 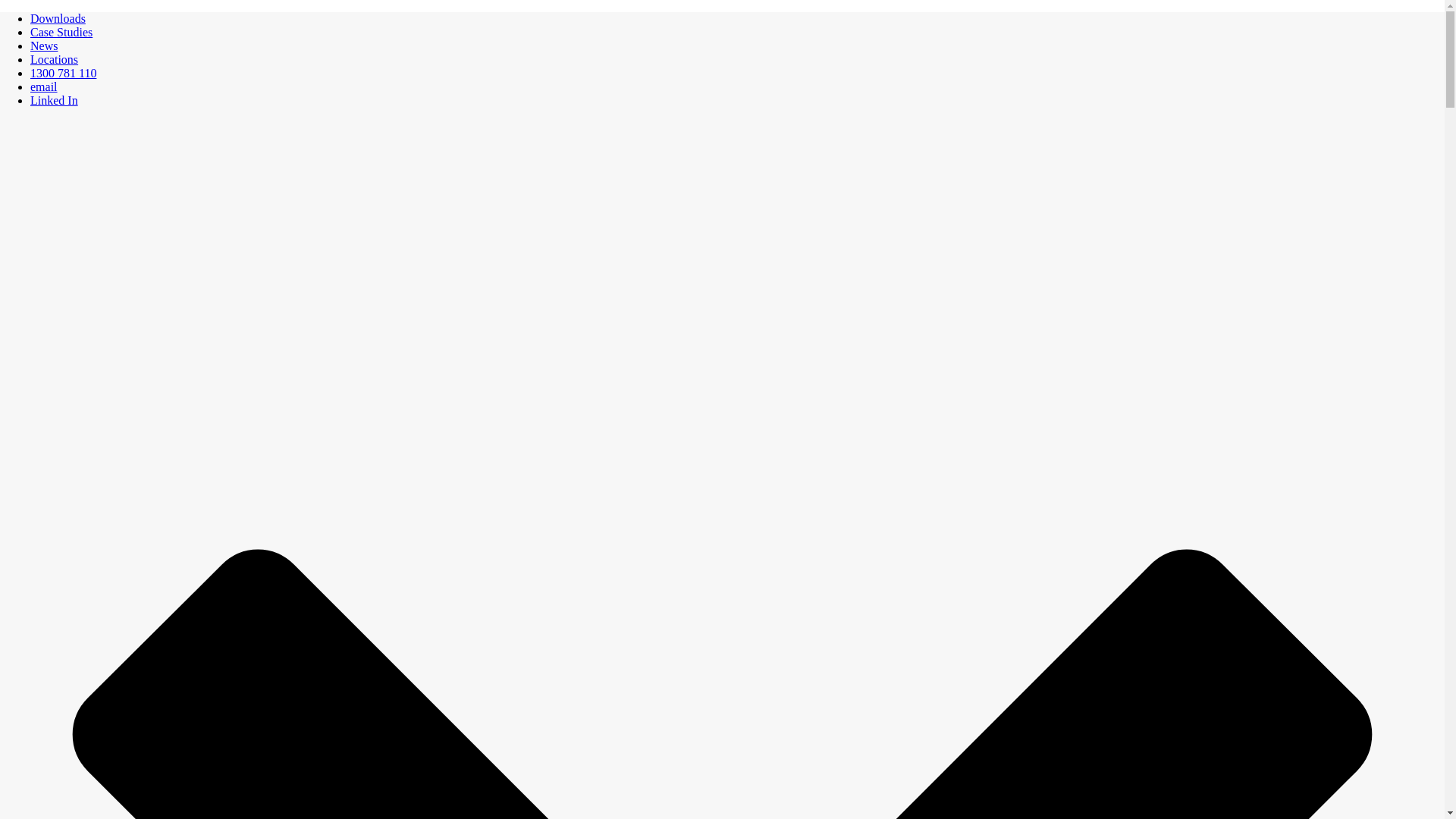 What do you see at coordinates (30, 58) in the screenshot?
I see `'Locations'` at bounding box center [30, 58].